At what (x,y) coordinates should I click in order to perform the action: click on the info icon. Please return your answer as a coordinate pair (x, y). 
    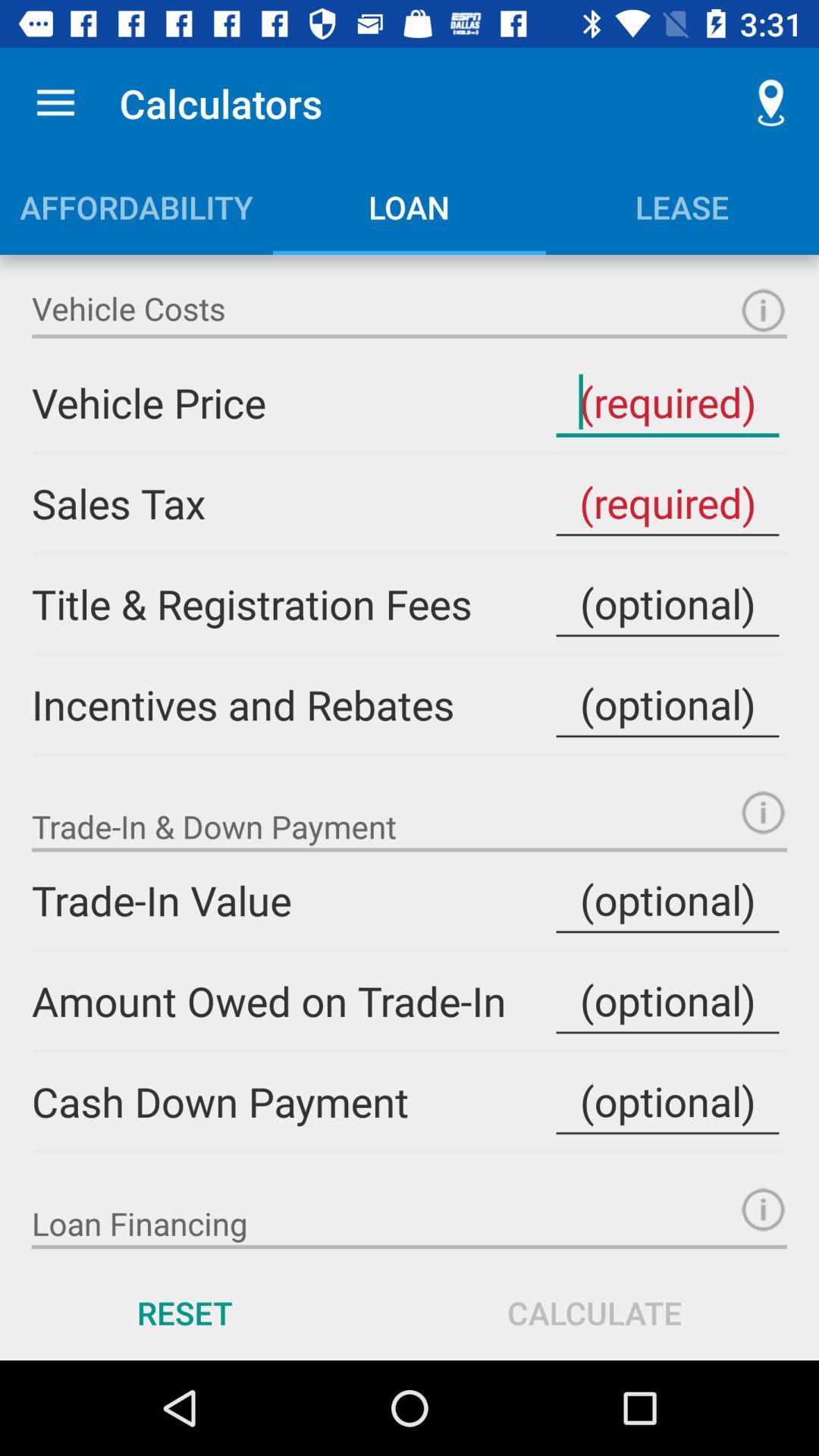
    Looking at the image, I should click on (763, 811).